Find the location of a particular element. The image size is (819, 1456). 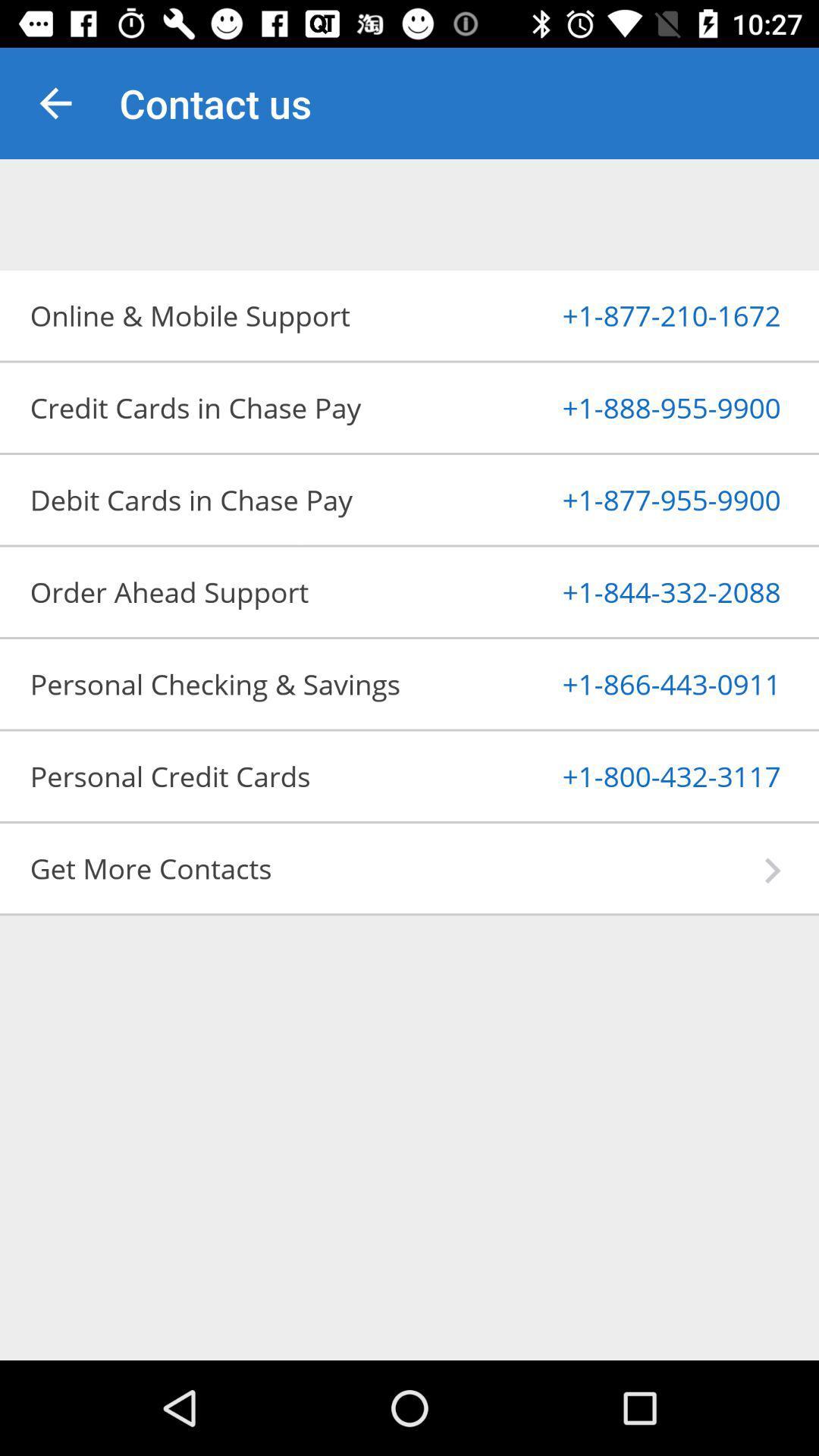

1 800 432 item is located at coordinates (635, 776).